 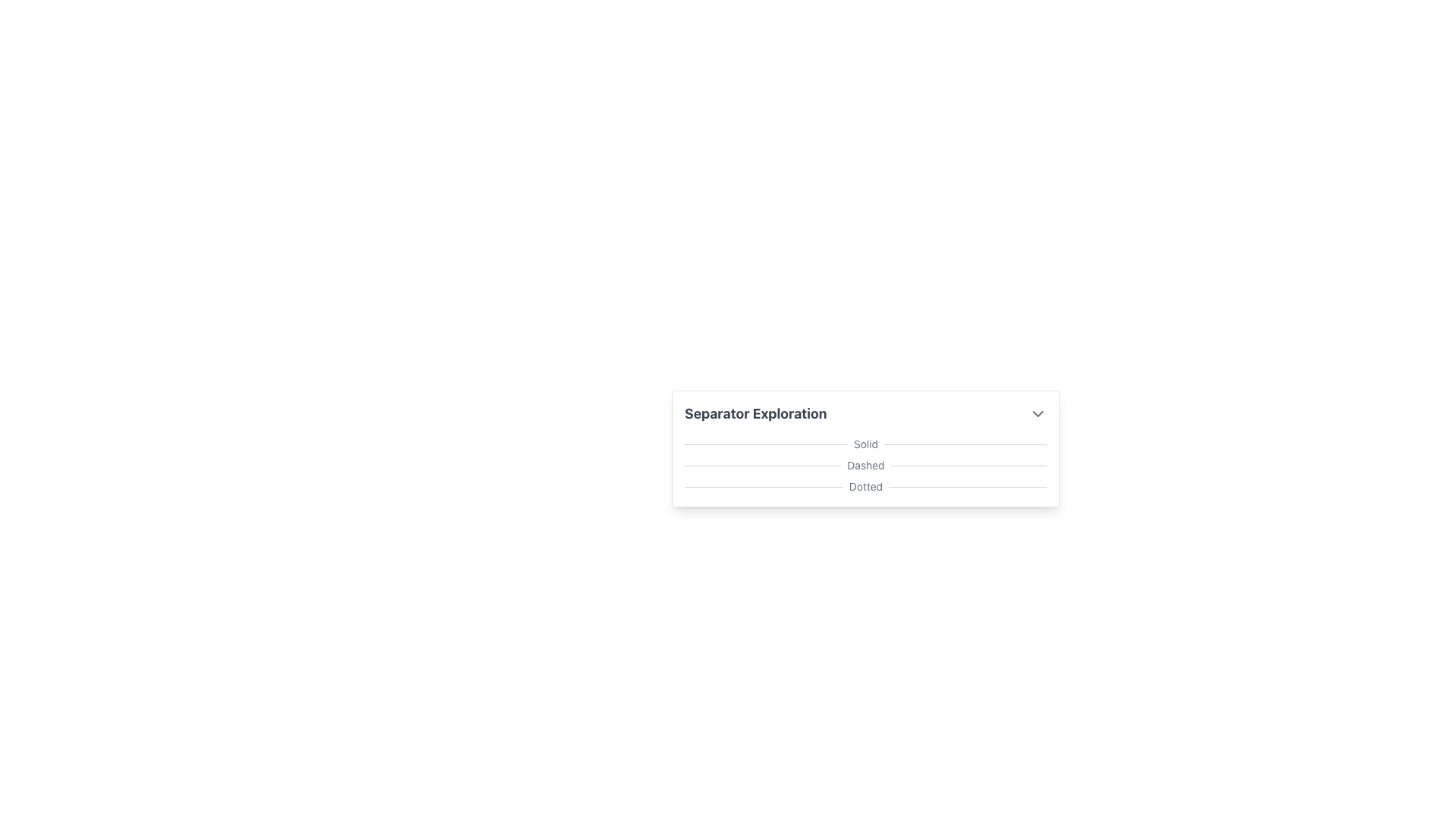 What do you see at coordinates (866, 486) in the screenshot?
I see `the text label displaying 'Dotted', which is centered between two horizontal dotted lines in the 'Separator Exploration' dropdown interface` at bounding box center [866, 486].